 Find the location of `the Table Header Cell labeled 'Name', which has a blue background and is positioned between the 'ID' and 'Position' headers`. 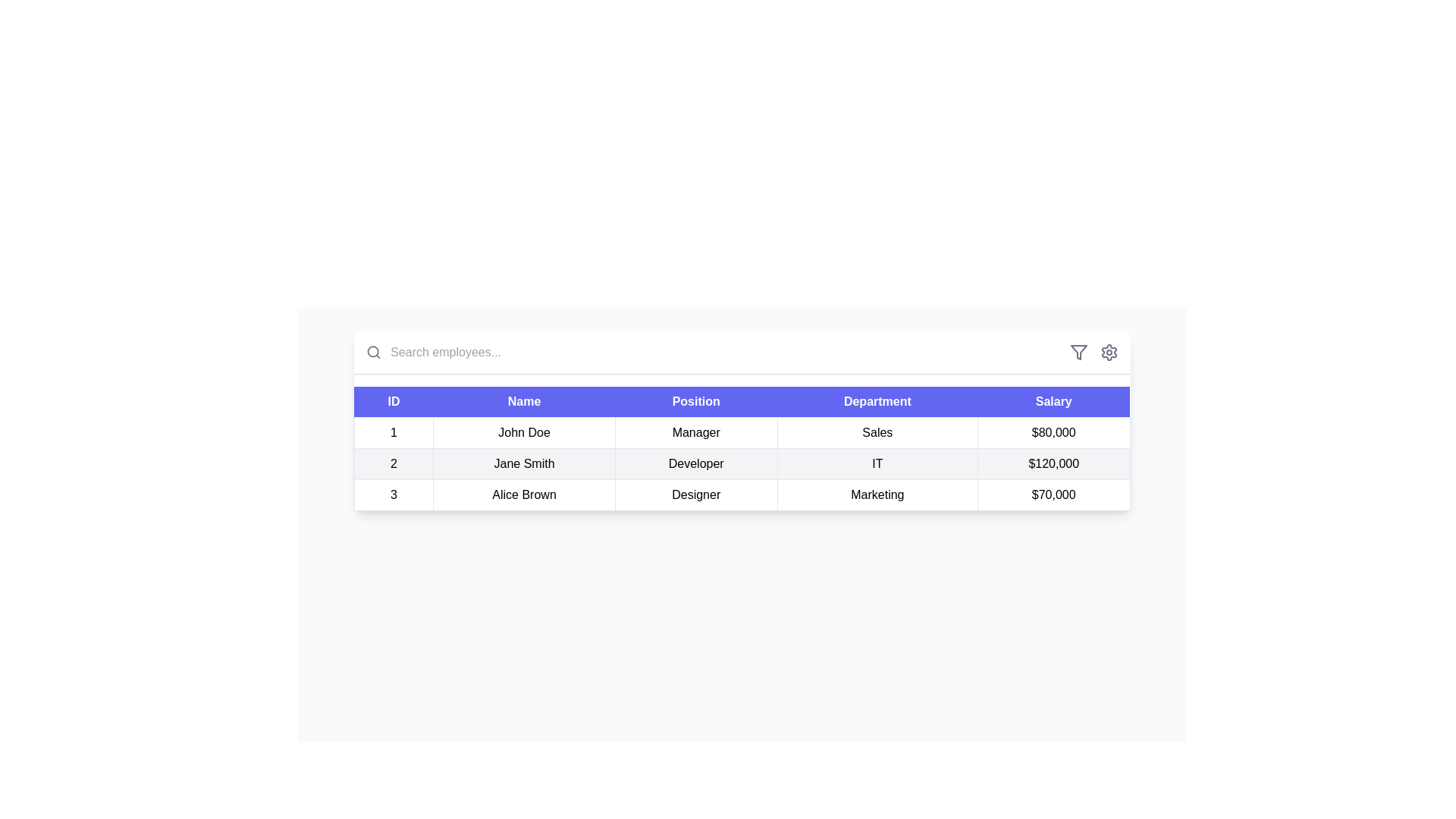

the Table Header Cell labeled 'Name', which has a blue background and is positioned between the 'ID' and 'Position' headers is located at coordinates (524, 401).